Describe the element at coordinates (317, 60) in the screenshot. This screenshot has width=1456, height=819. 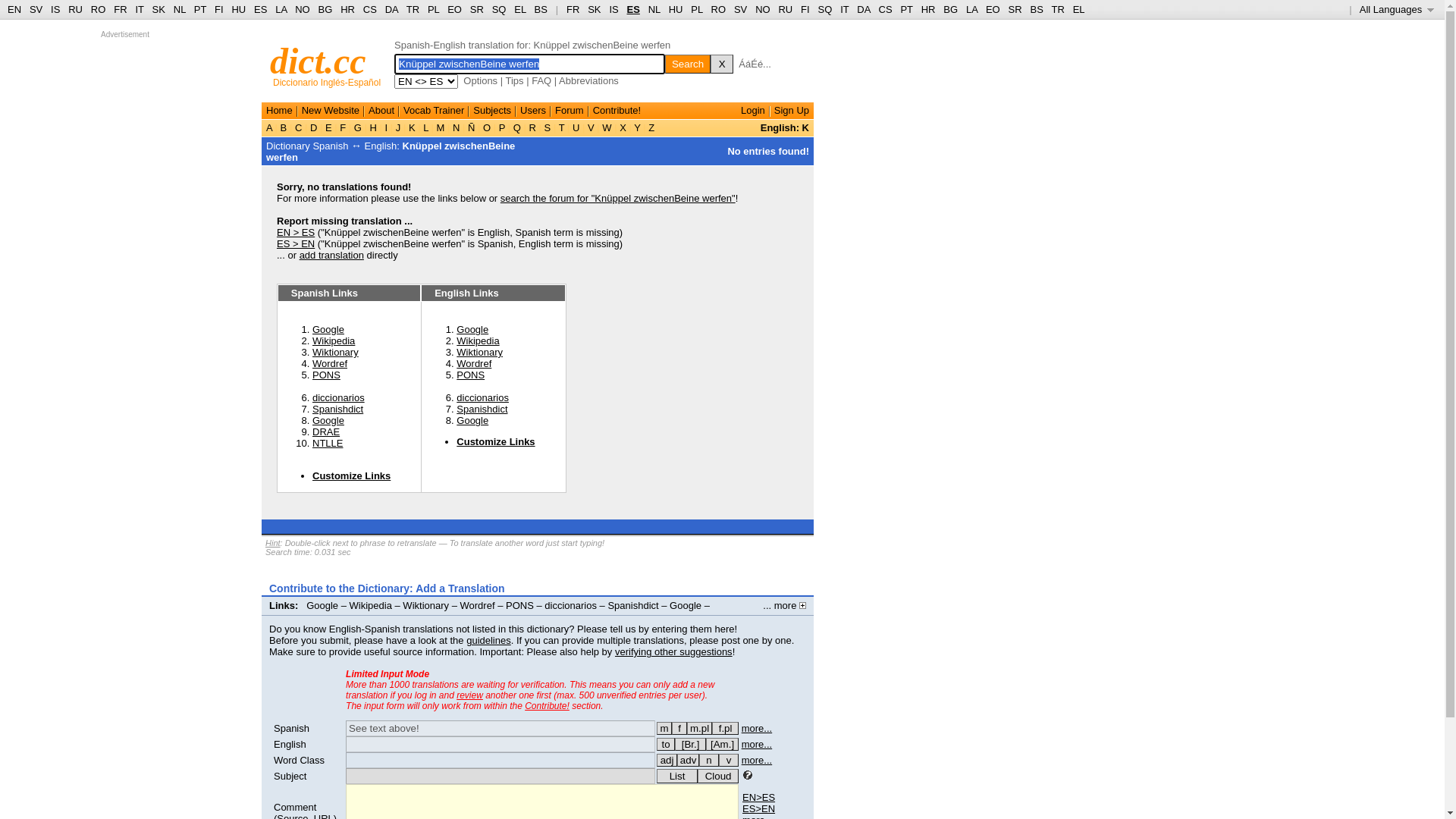
I see `'dict.cc'` at that location.